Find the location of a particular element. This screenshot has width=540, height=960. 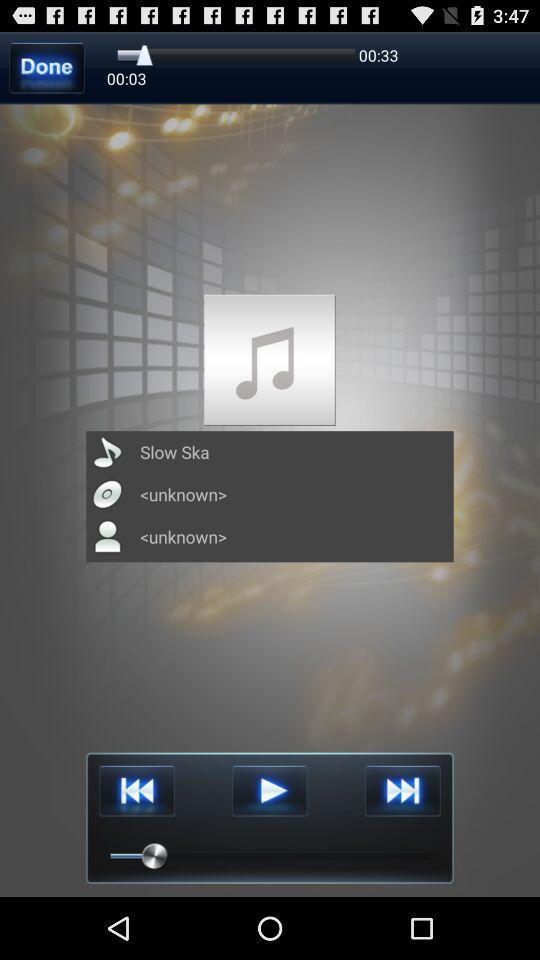

the play icon is located at coordinates (269, 845).